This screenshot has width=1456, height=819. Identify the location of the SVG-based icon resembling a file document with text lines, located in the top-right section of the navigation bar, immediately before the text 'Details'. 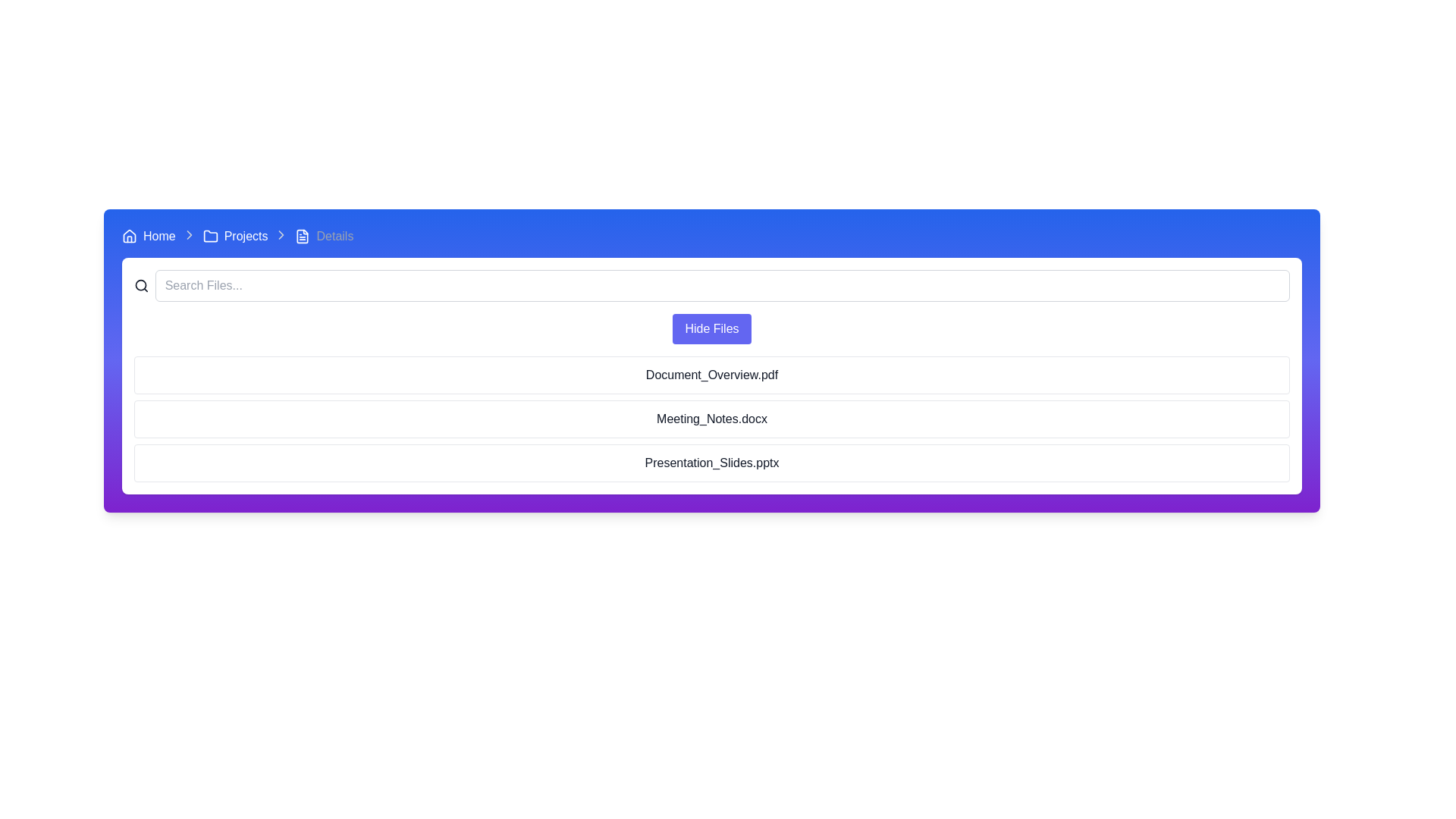
(303, 237).